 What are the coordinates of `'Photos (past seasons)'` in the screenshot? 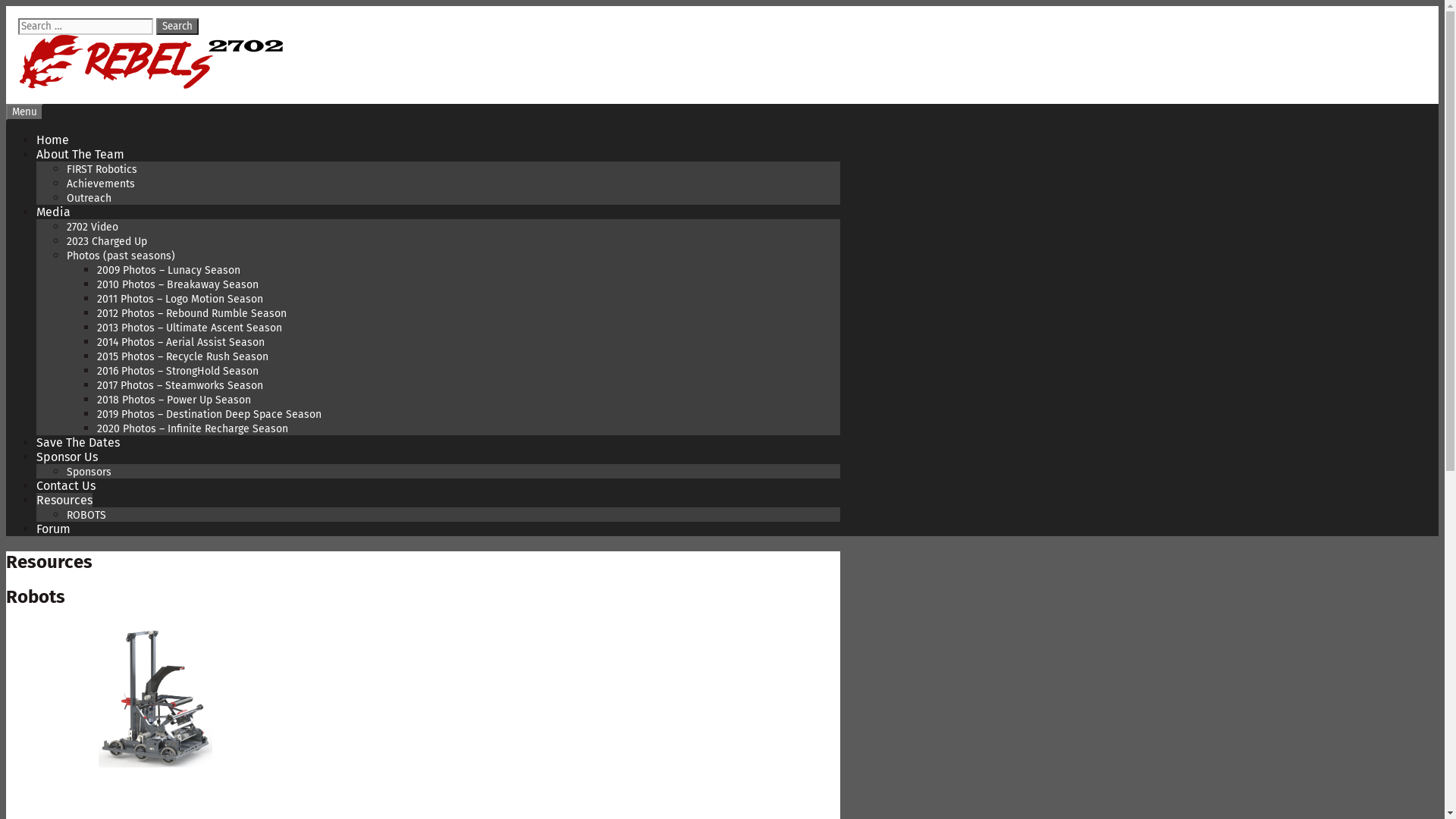 It's located at (120, 255).